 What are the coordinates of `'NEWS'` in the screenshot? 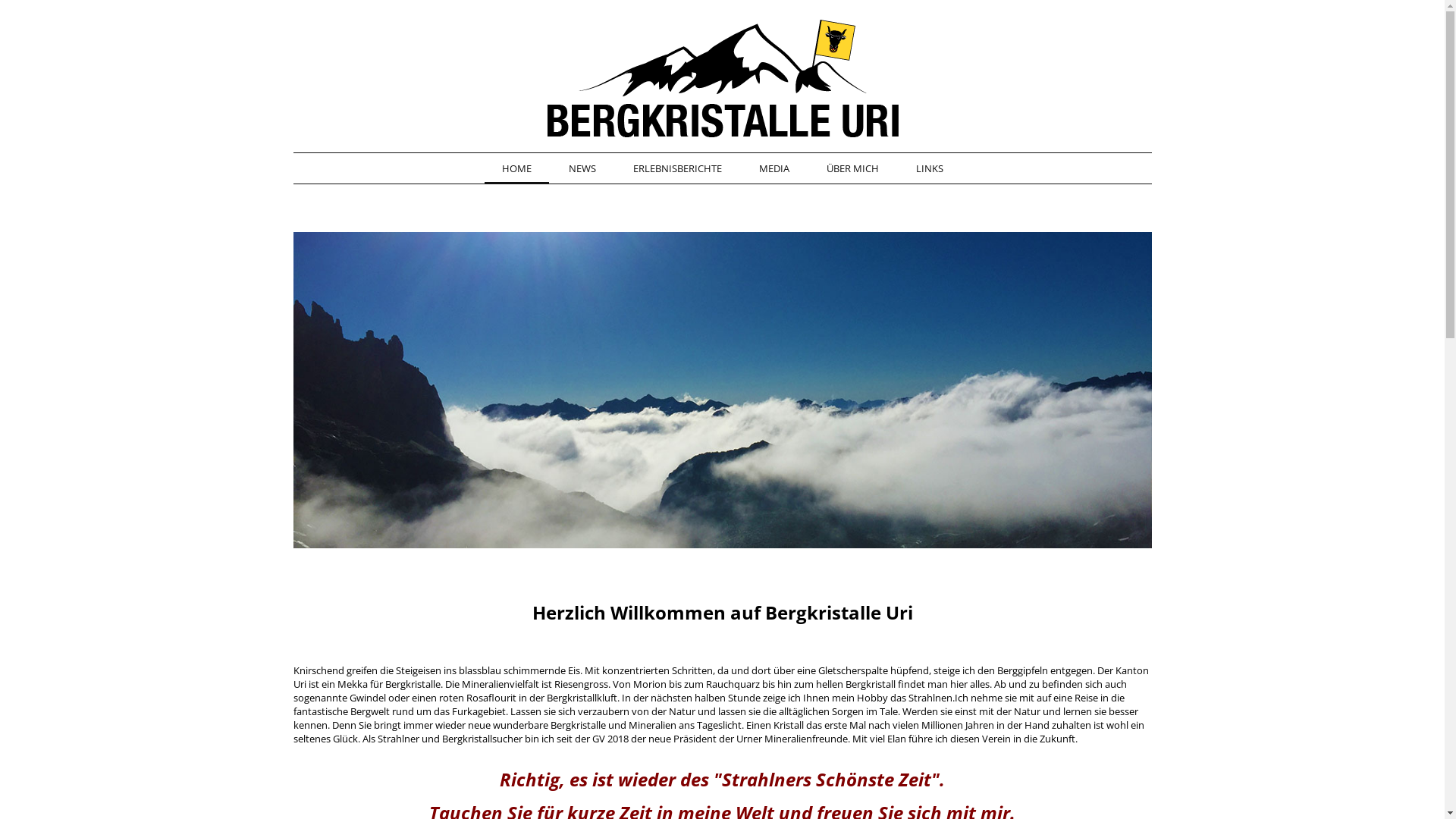 It's located at (581, 169).